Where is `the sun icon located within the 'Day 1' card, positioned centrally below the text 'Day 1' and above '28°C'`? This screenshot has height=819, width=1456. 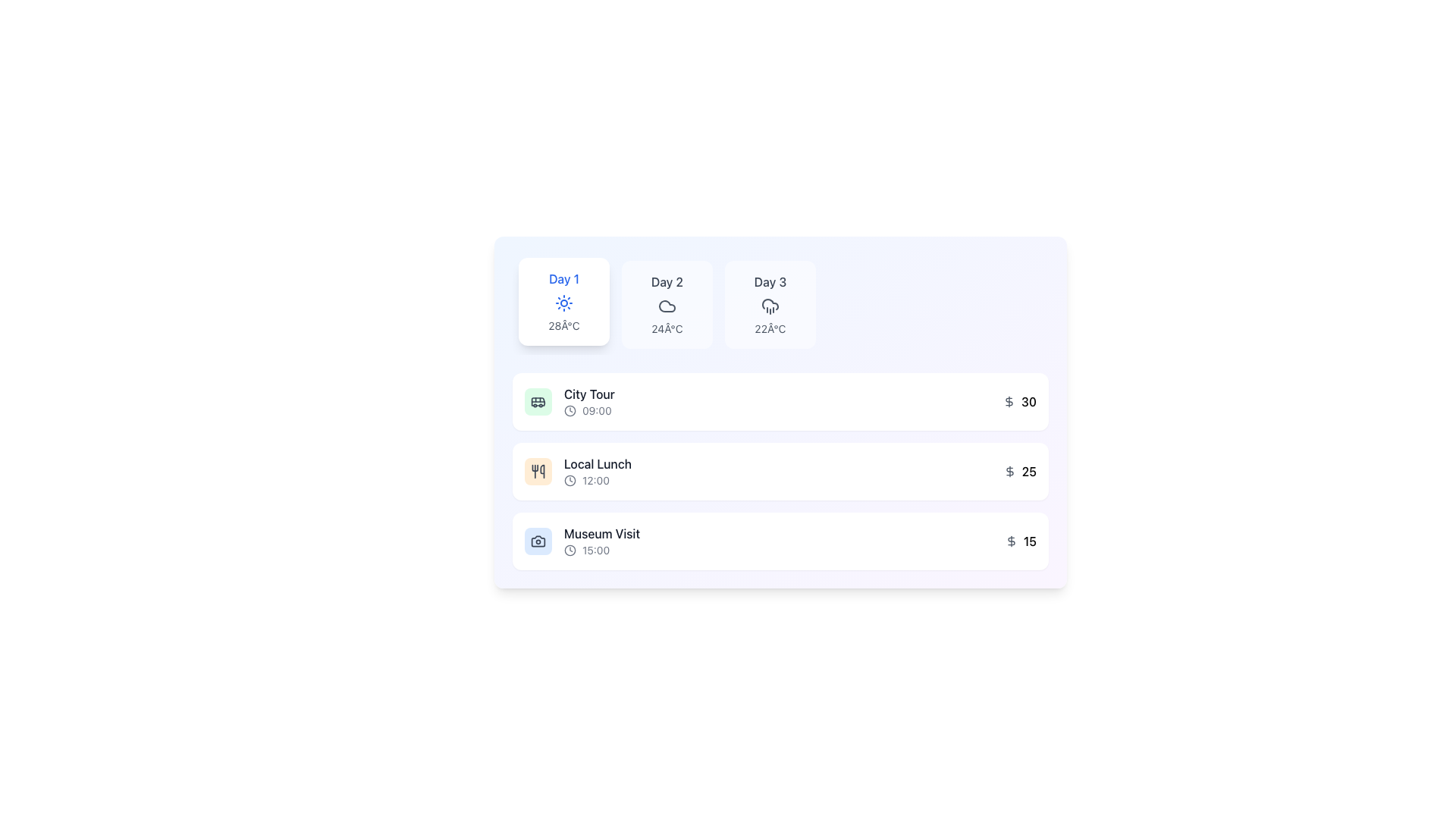 the sun icon located within the 'Day 1' card, positioned centrally below the text 'Day 1' and above '28°C' is located at coordinates (563, 303).